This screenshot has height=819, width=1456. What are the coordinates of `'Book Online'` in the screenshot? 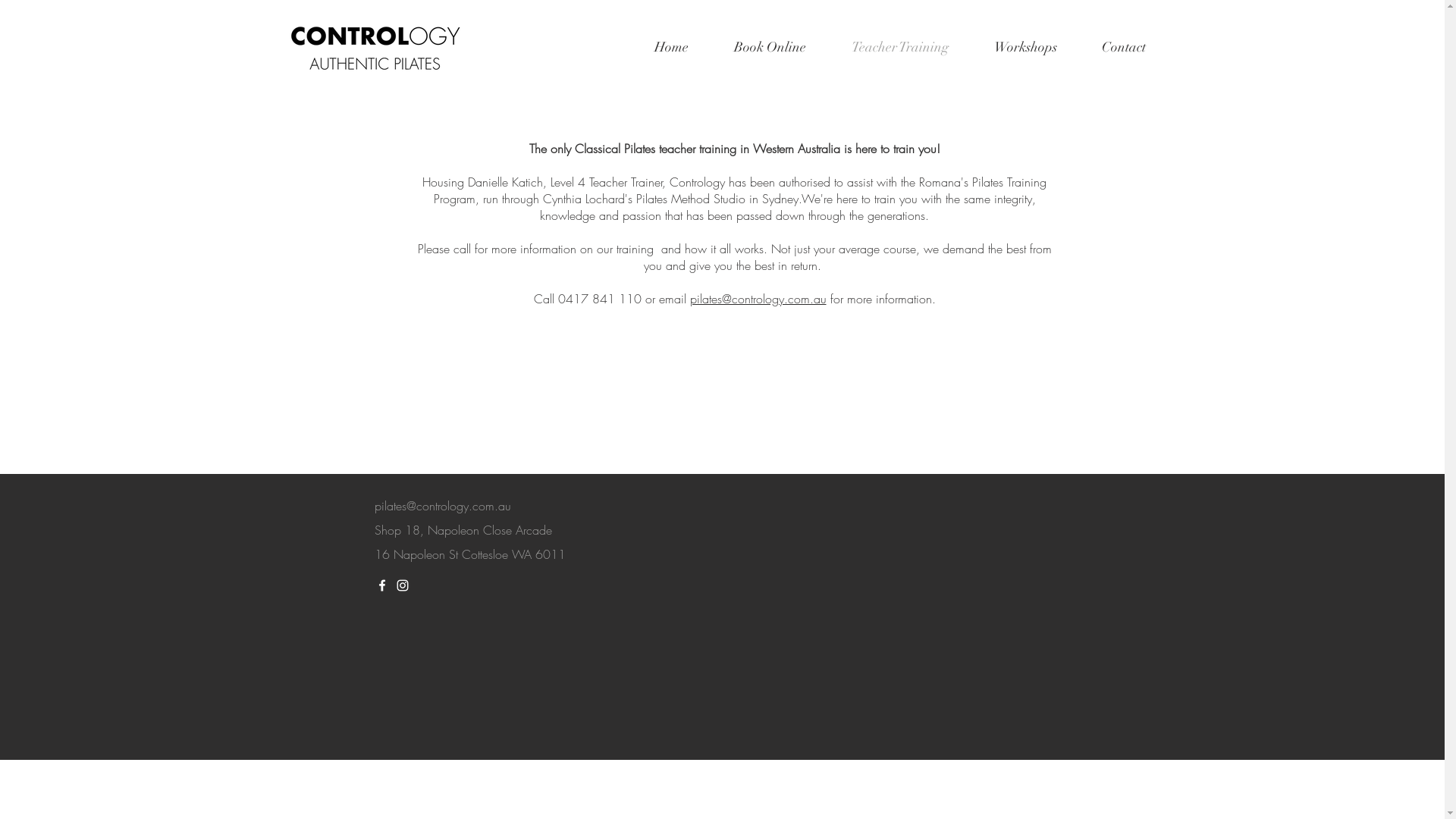 It's located at (770, 45).